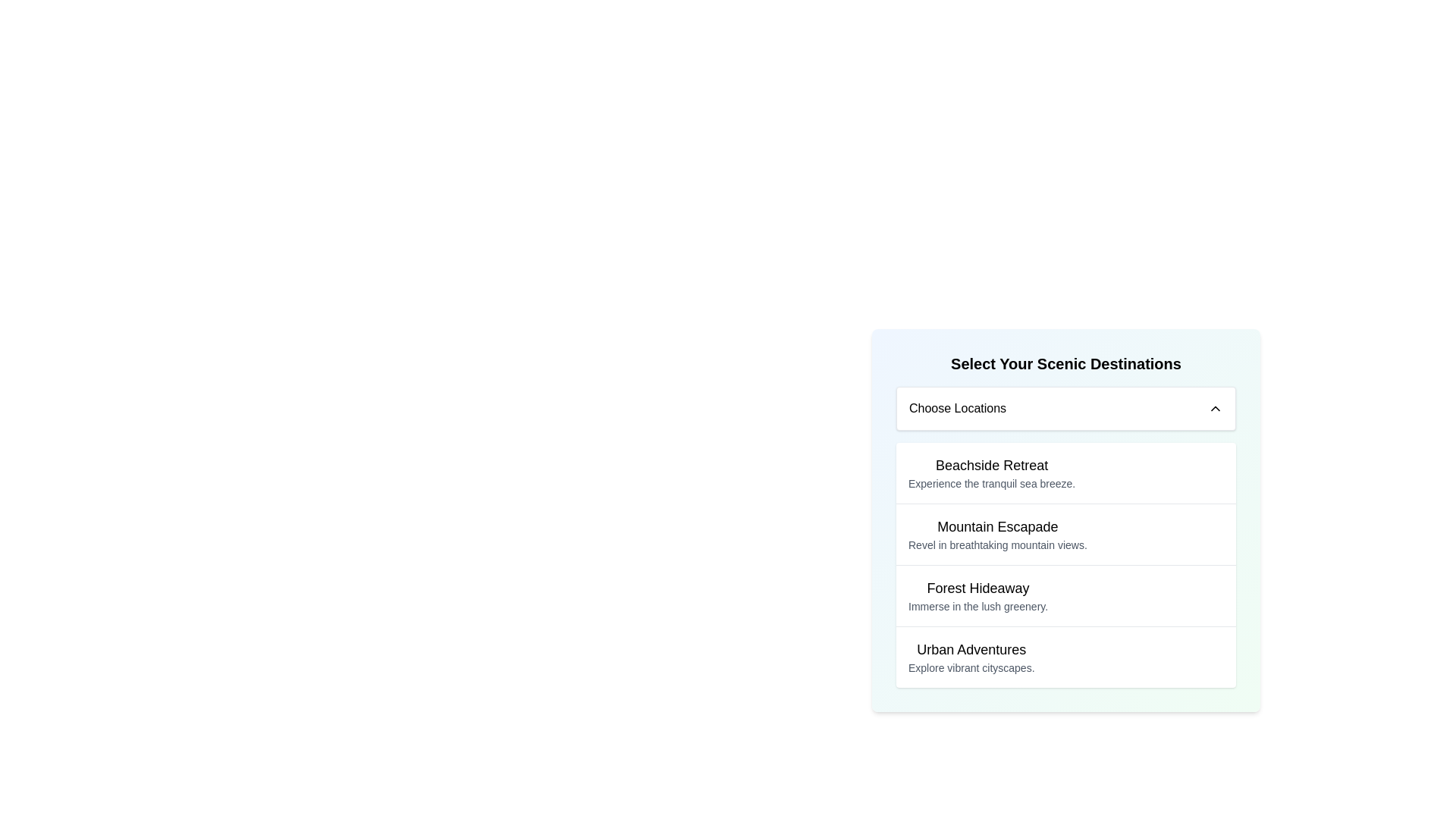 Image resolution: width=1456 pixels, height=819 pixels. What do you see at coordinates (997, 544) in the screenshot?
I see `the descriptive text reading 'Revel in breathtaking mountain views.' which is styled in gray and located below the title 'Mountain Escapade.'` at bounding box center [997, 544].